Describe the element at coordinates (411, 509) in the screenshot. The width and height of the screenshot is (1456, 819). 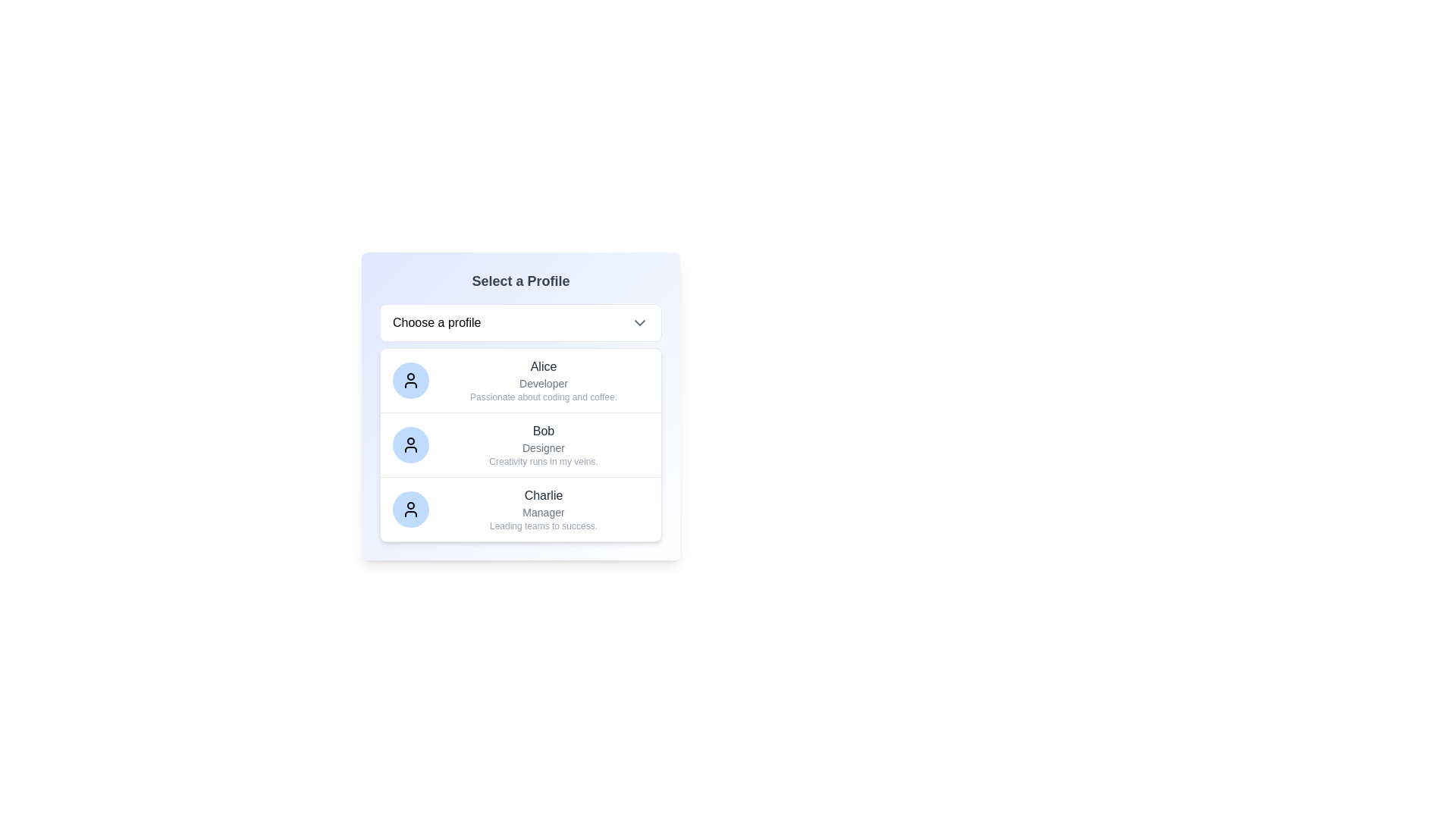
I see `the user profile icon located to the left of the list item displaying 'Charlie', 'Manager', and 'Leading teams to success.', which is the third item in the vertical list` at that location.